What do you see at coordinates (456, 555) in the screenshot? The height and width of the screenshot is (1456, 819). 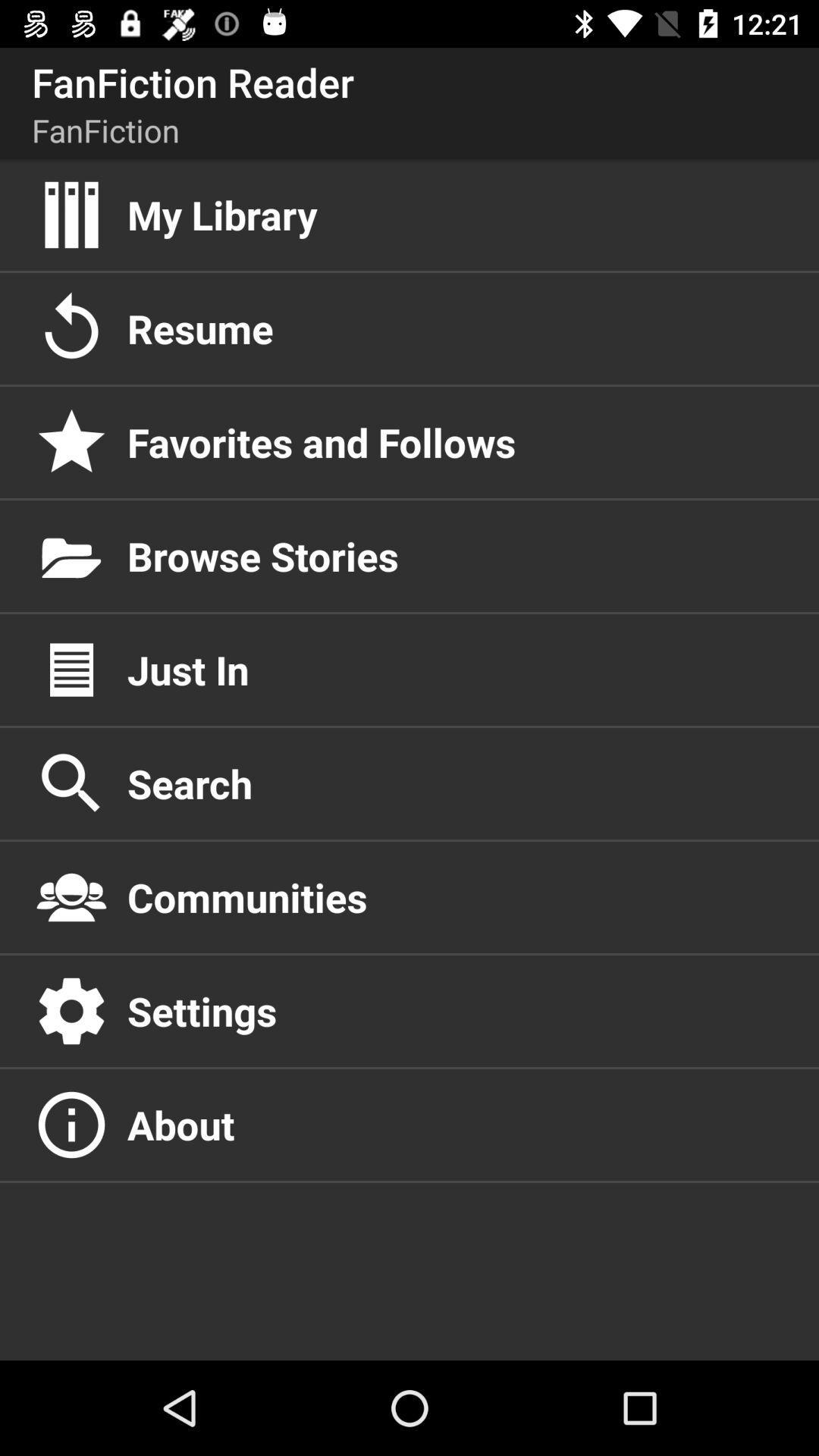 I see `browse stories item` at bounding box center [456, 555].